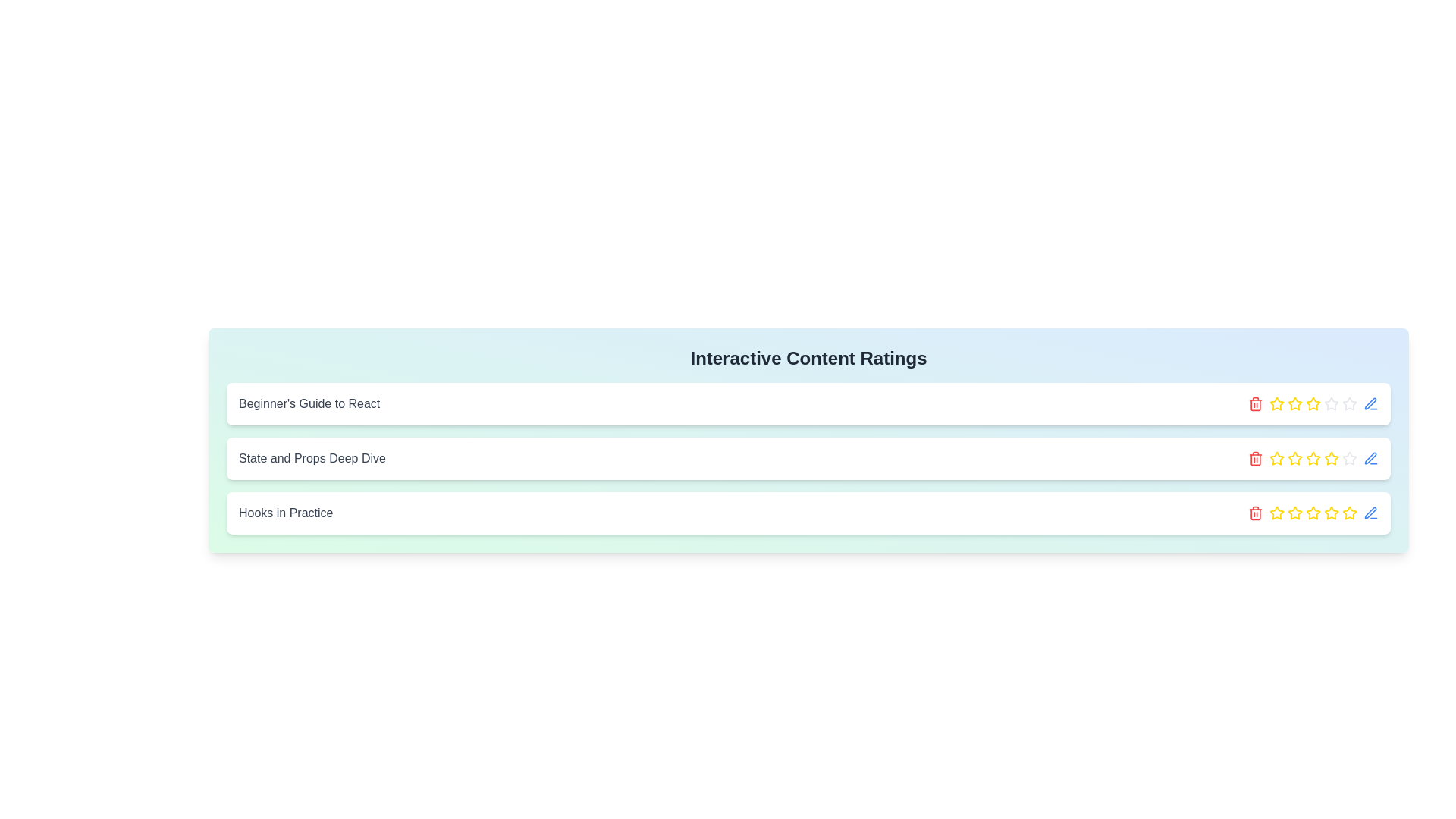 The image size is (1456, 819). What do you see at coordinates (1294, 512) in the screenshot?
I see `the second star rating icon, which is gold and hollow, located in the third row next to the 'Hooks in Practice' label to give a rating` at bounding box center [1294, 512].